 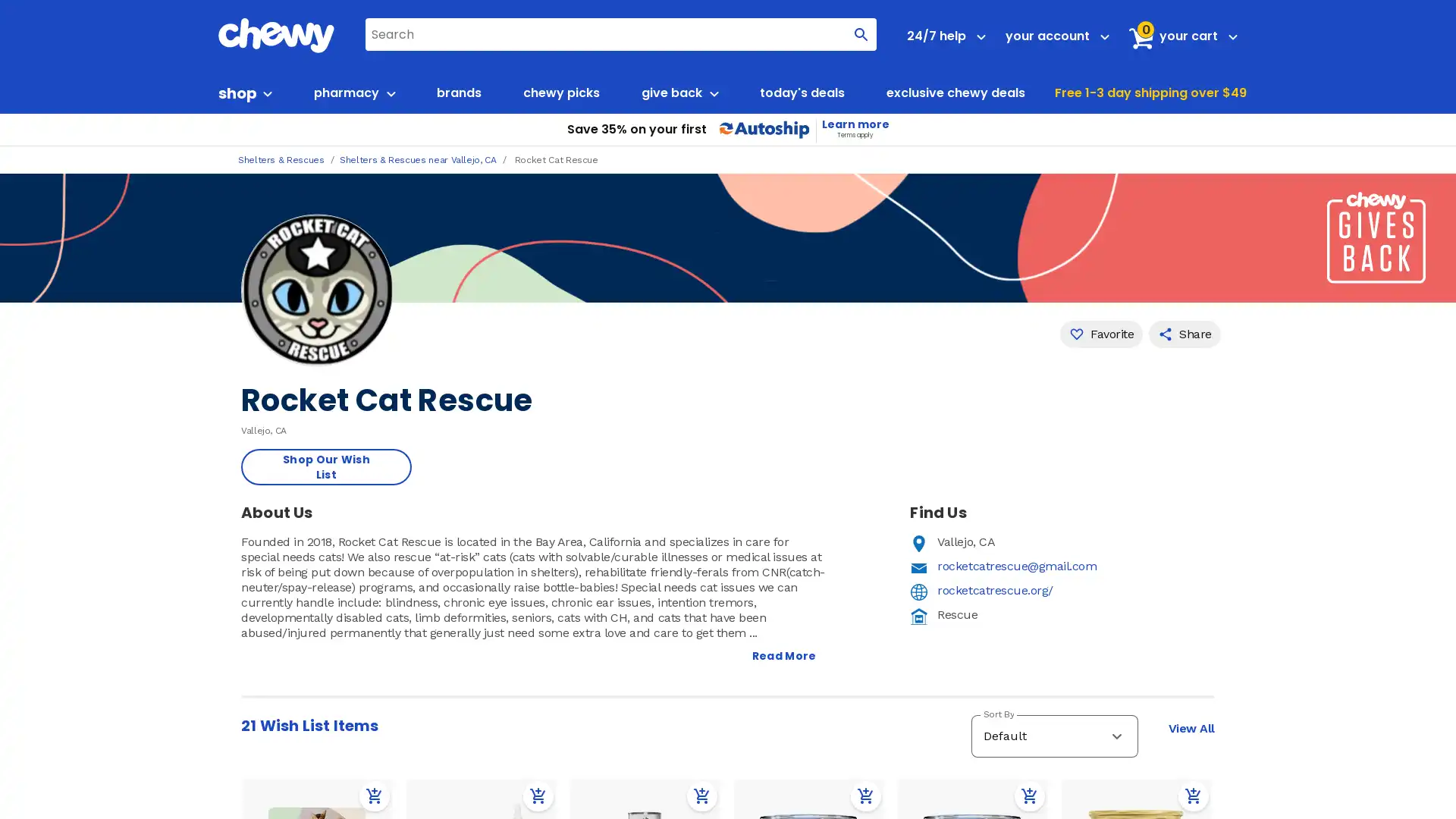 I want to click on Free 1-3 day shipping over $49, so click(x=1150, y=93).